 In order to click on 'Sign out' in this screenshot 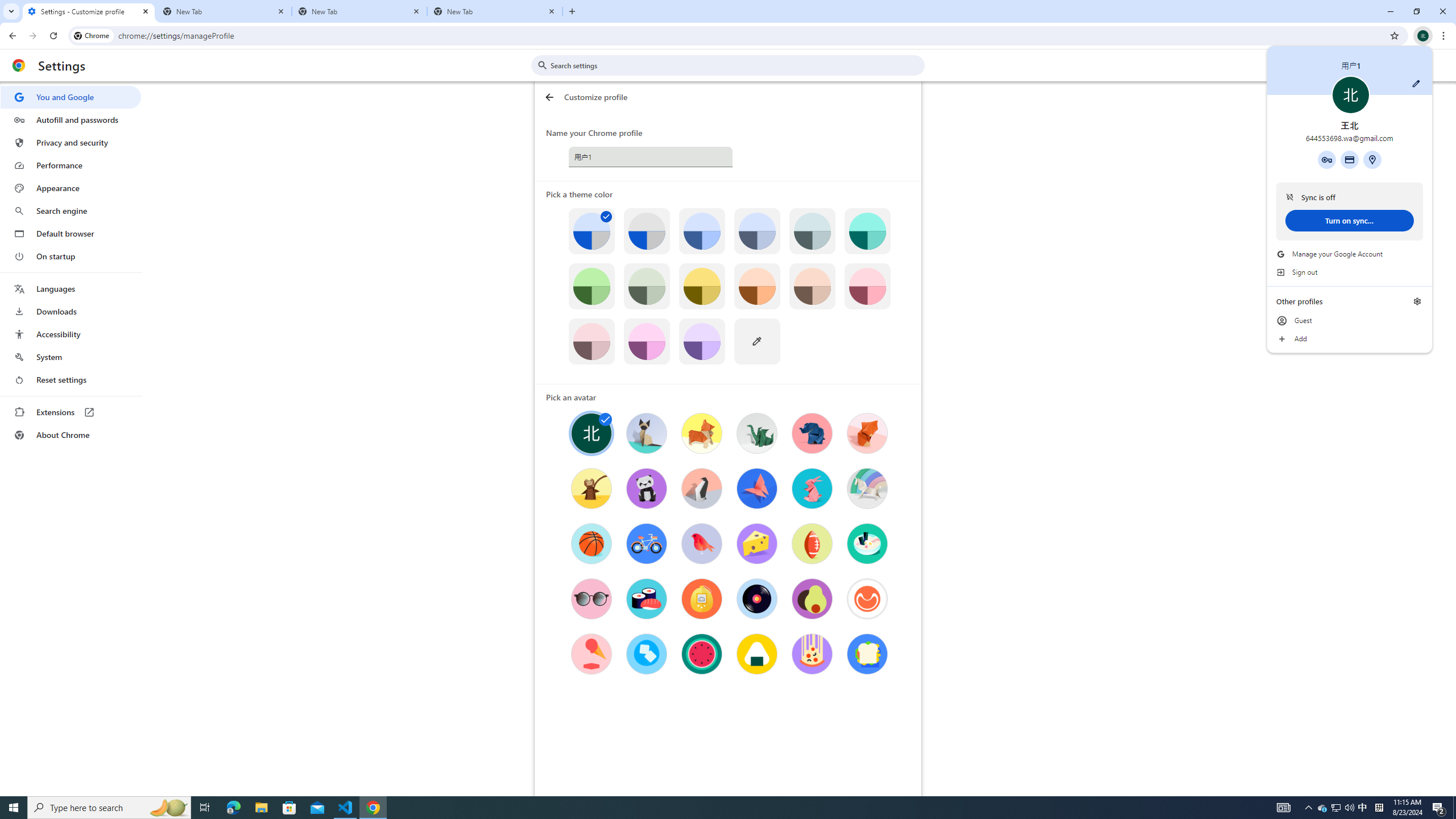, I will do `click(1349, 272)`.